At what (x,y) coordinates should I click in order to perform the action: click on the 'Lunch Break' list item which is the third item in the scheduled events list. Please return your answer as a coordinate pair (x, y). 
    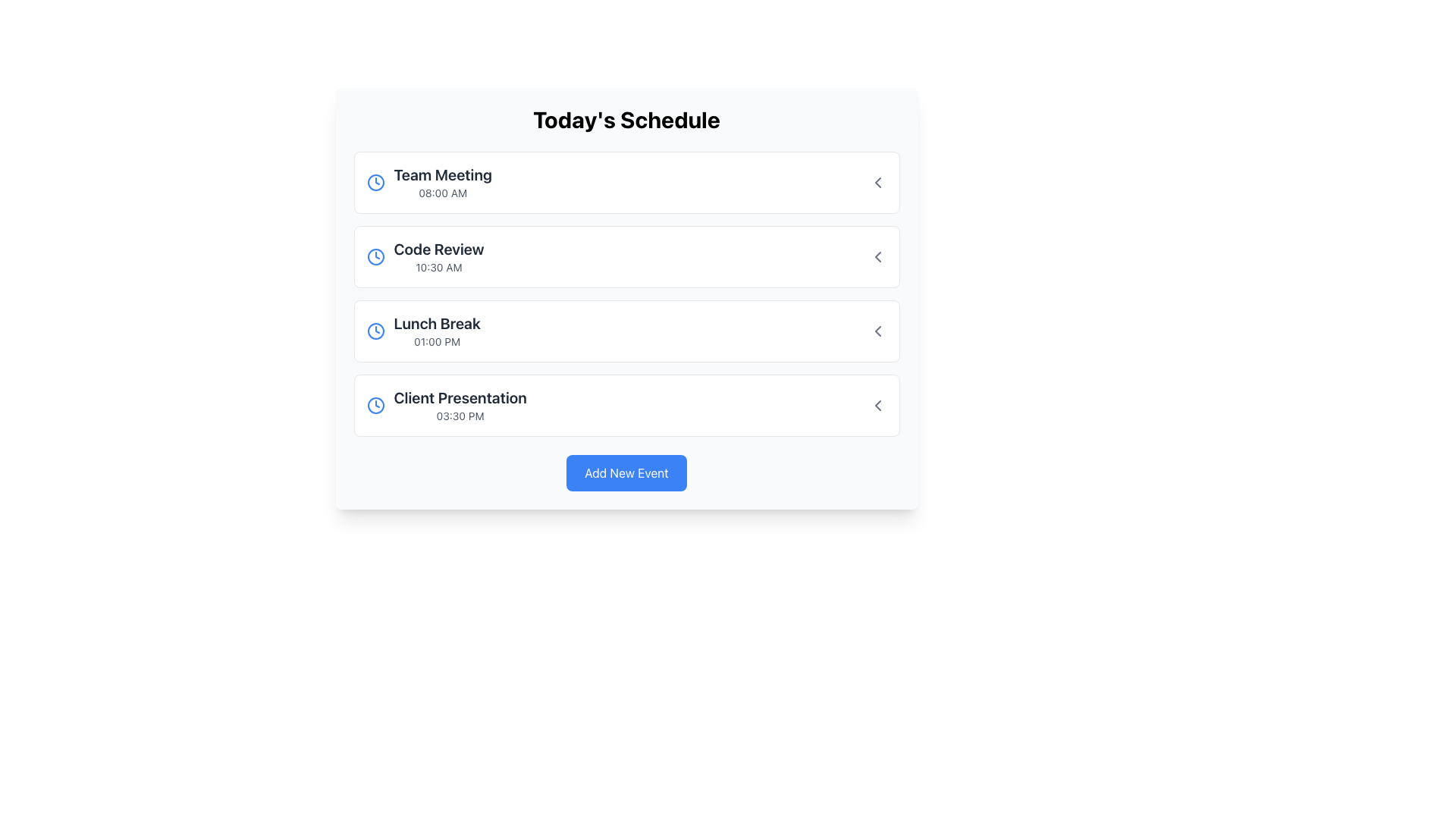
    Looking at the image, I should click on (626, 330).